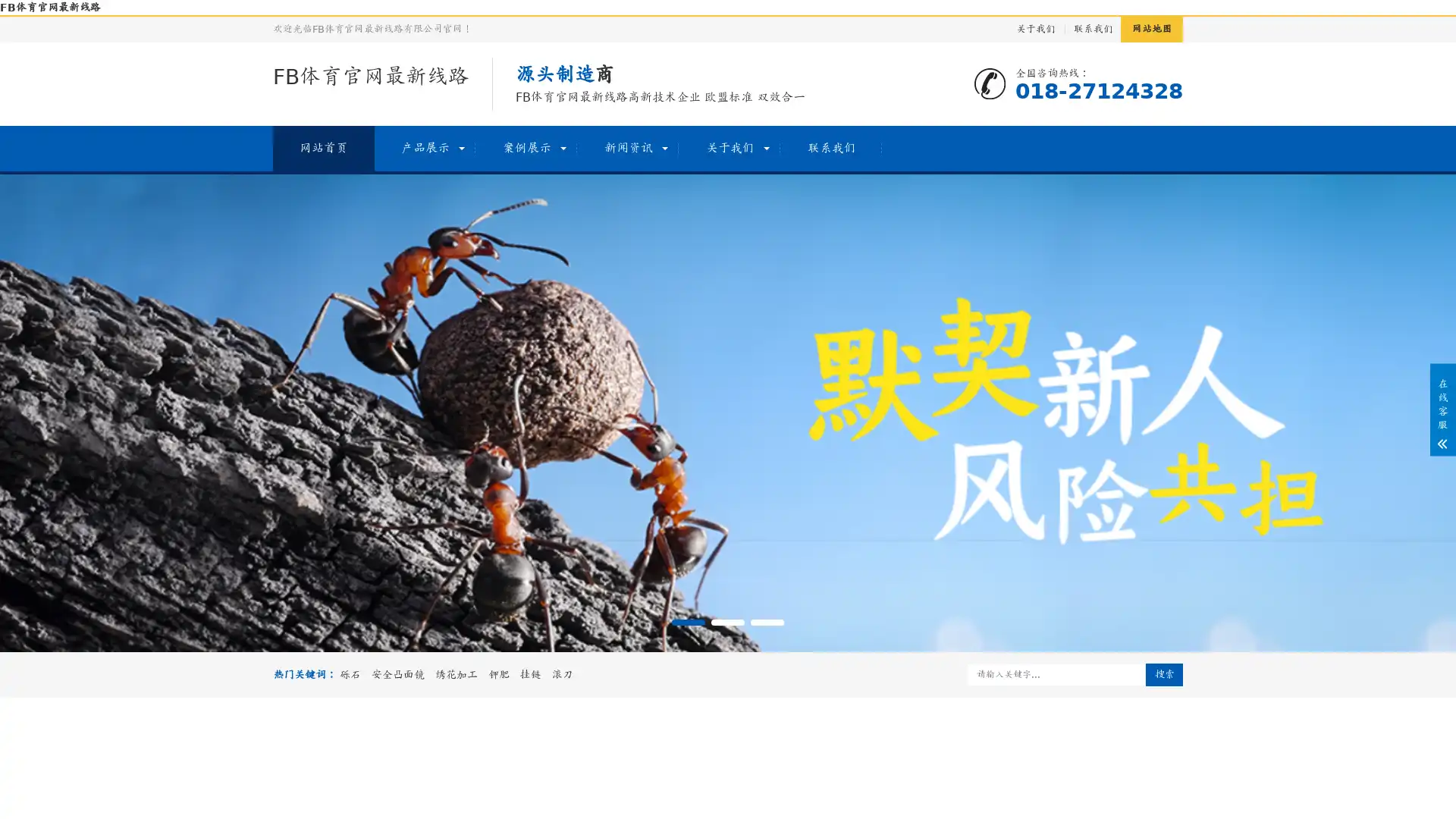 The image size is (1456, 819). Describe the element at coordinates (687, 623) in the screenshot. I see `Go to slide 1` at that location.